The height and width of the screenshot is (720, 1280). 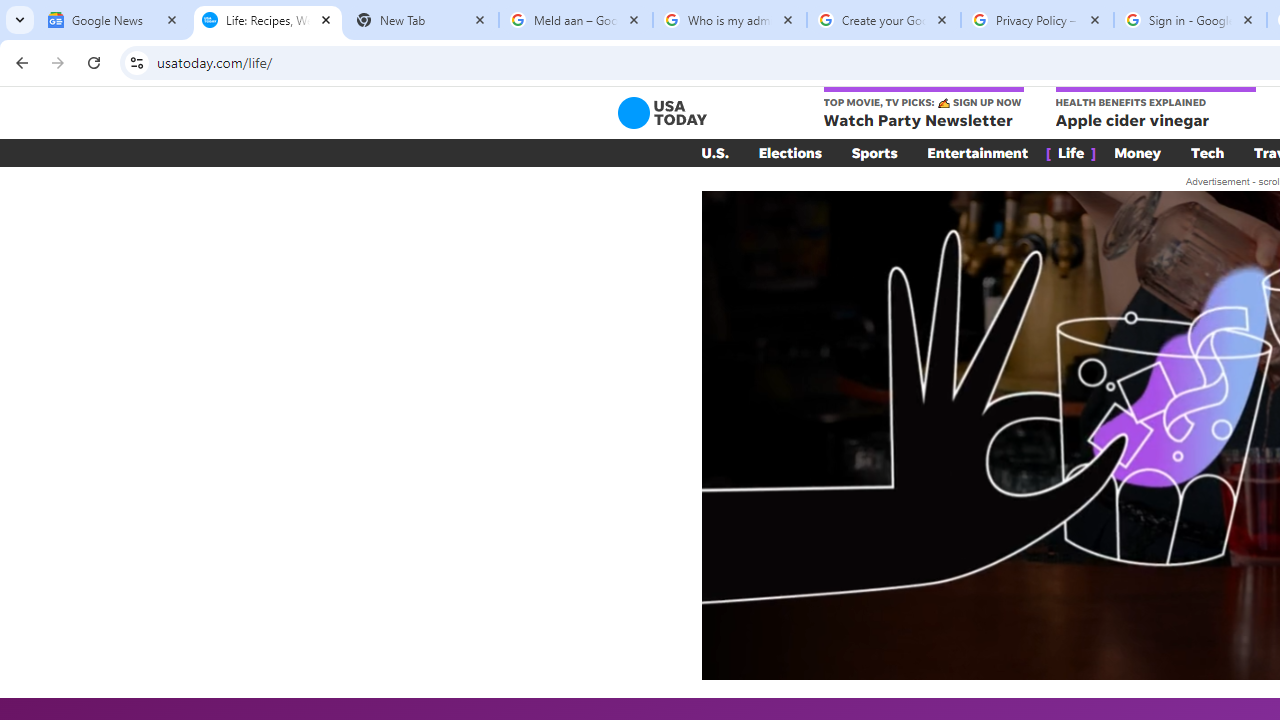 I want to click on 'Elections', so click(x=788, y=152).